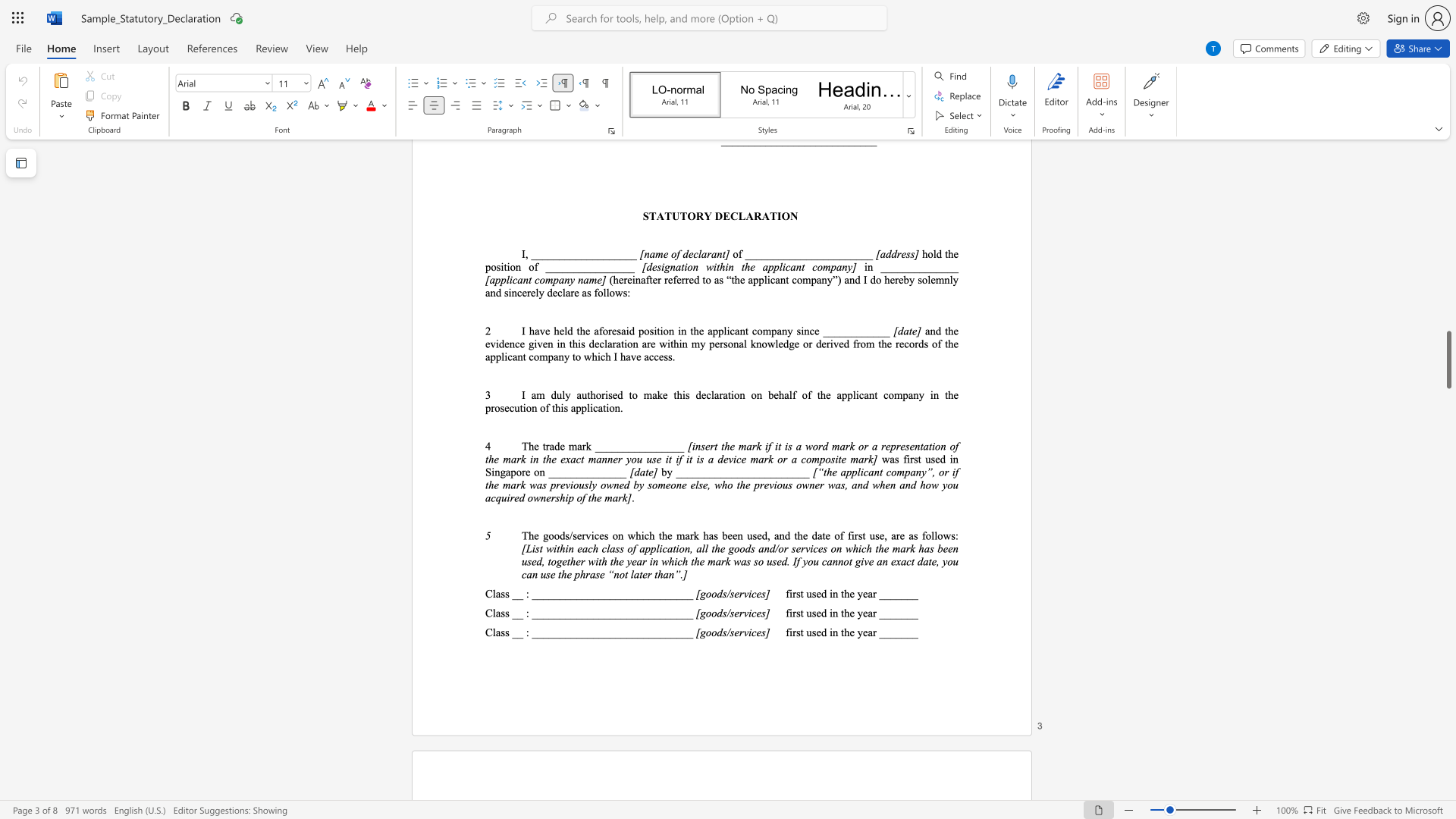  Describe the element at coordinates (1448, 409) in the screenshot. I see `the right-hand scrollbar to ascend the page` at that location.